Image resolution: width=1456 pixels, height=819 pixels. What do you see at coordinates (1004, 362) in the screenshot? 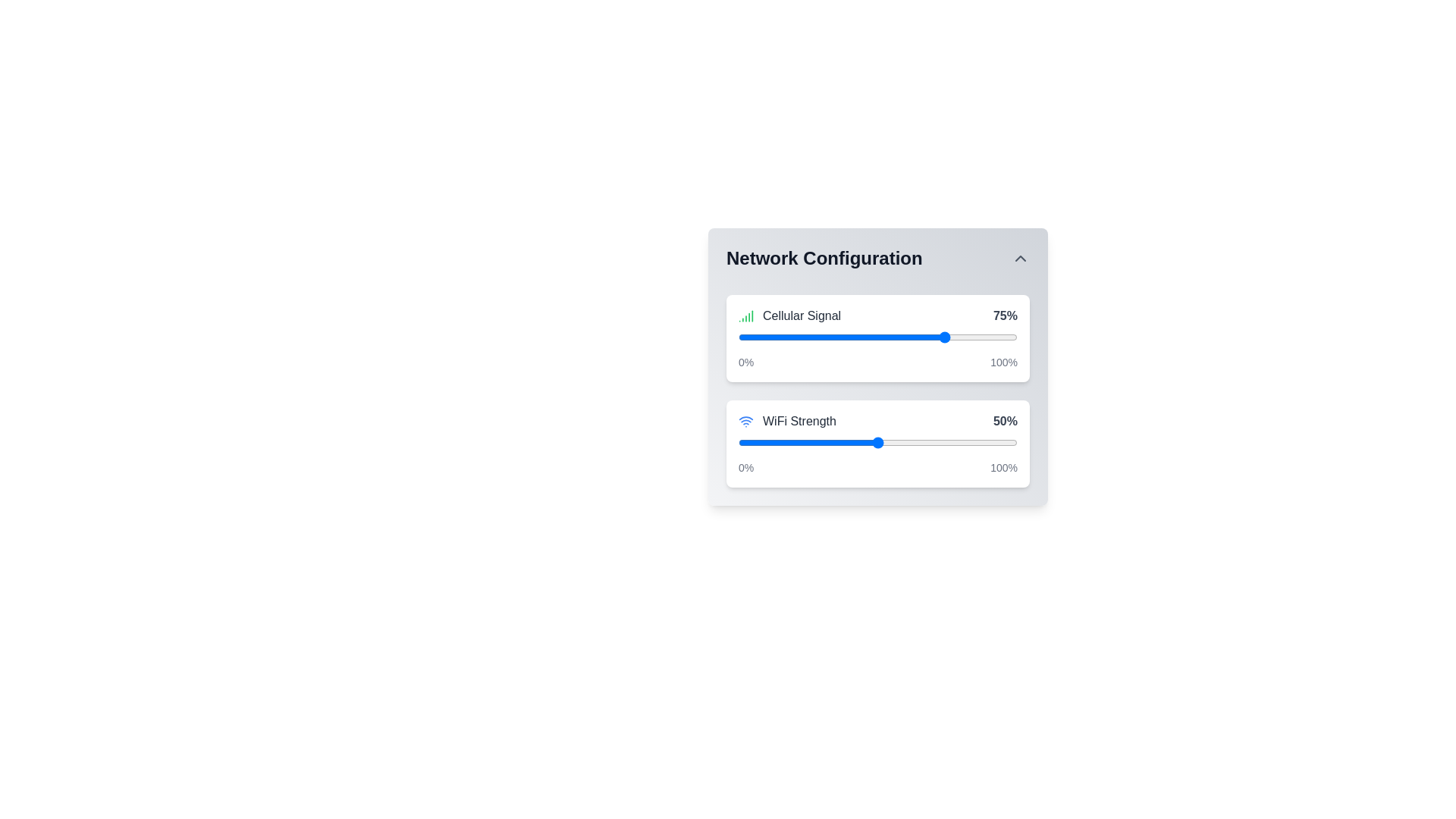
I see `the text label indicating '100%' at the far-right side of the slider` at bounding box center [1004, 362].